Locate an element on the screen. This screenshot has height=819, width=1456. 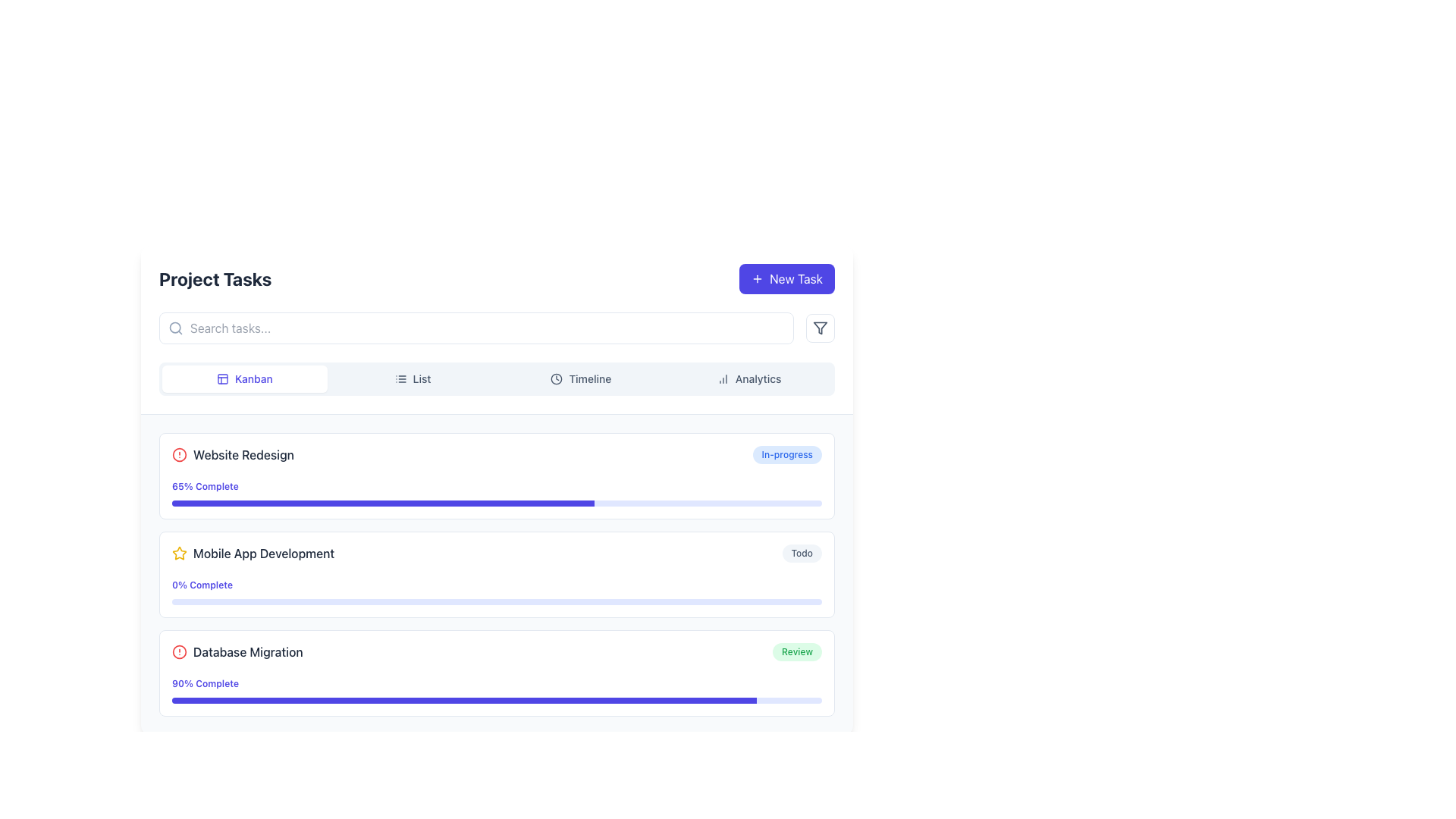
the rectangular button with a violet background labeled 'New Task' is located at coordinates (787, 278).